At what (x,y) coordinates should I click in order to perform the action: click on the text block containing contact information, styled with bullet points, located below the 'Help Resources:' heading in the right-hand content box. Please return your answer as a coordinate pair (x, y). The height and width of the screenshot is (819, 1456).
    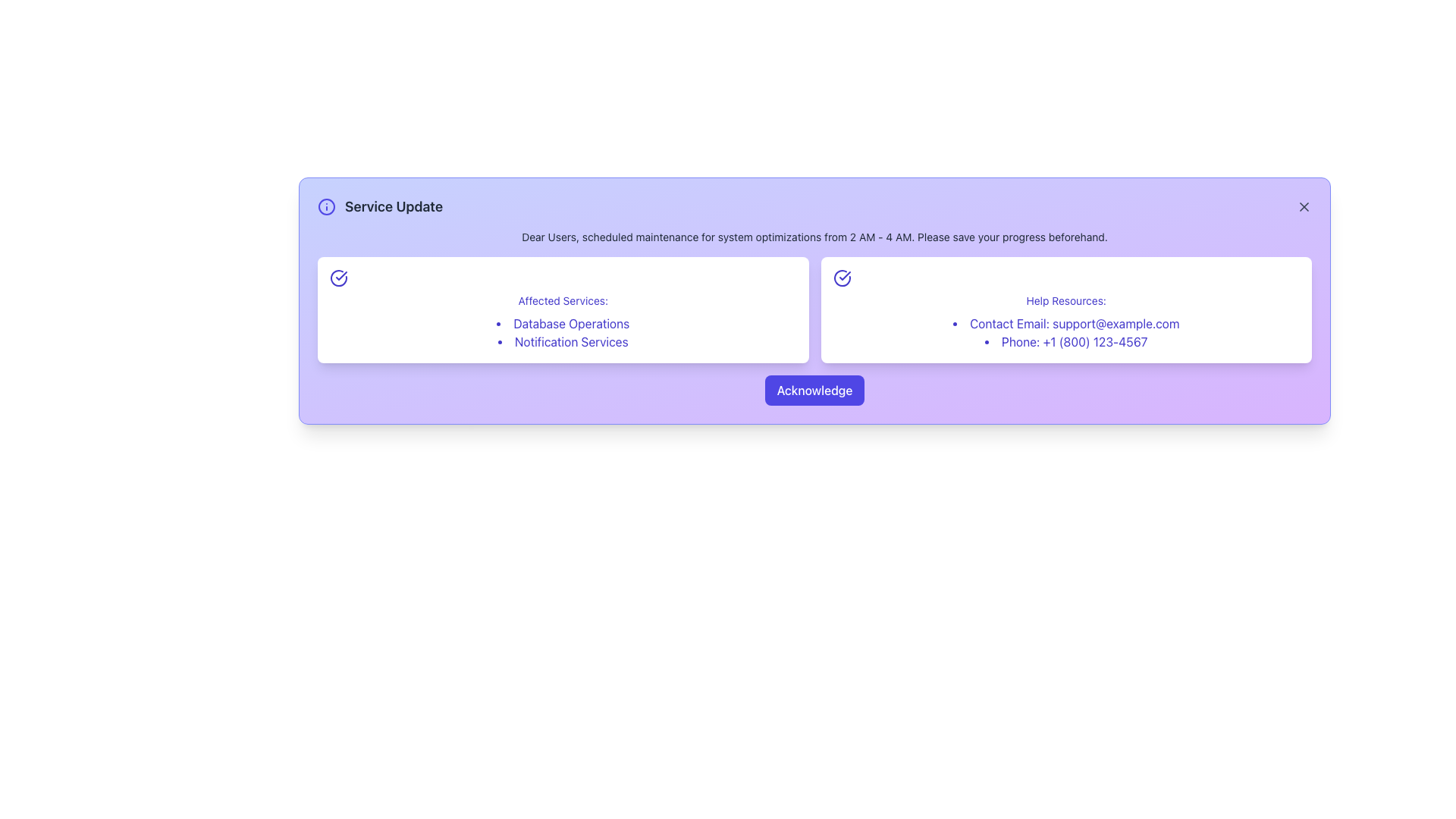
    Looking at the image, I should click on (1065, 332).